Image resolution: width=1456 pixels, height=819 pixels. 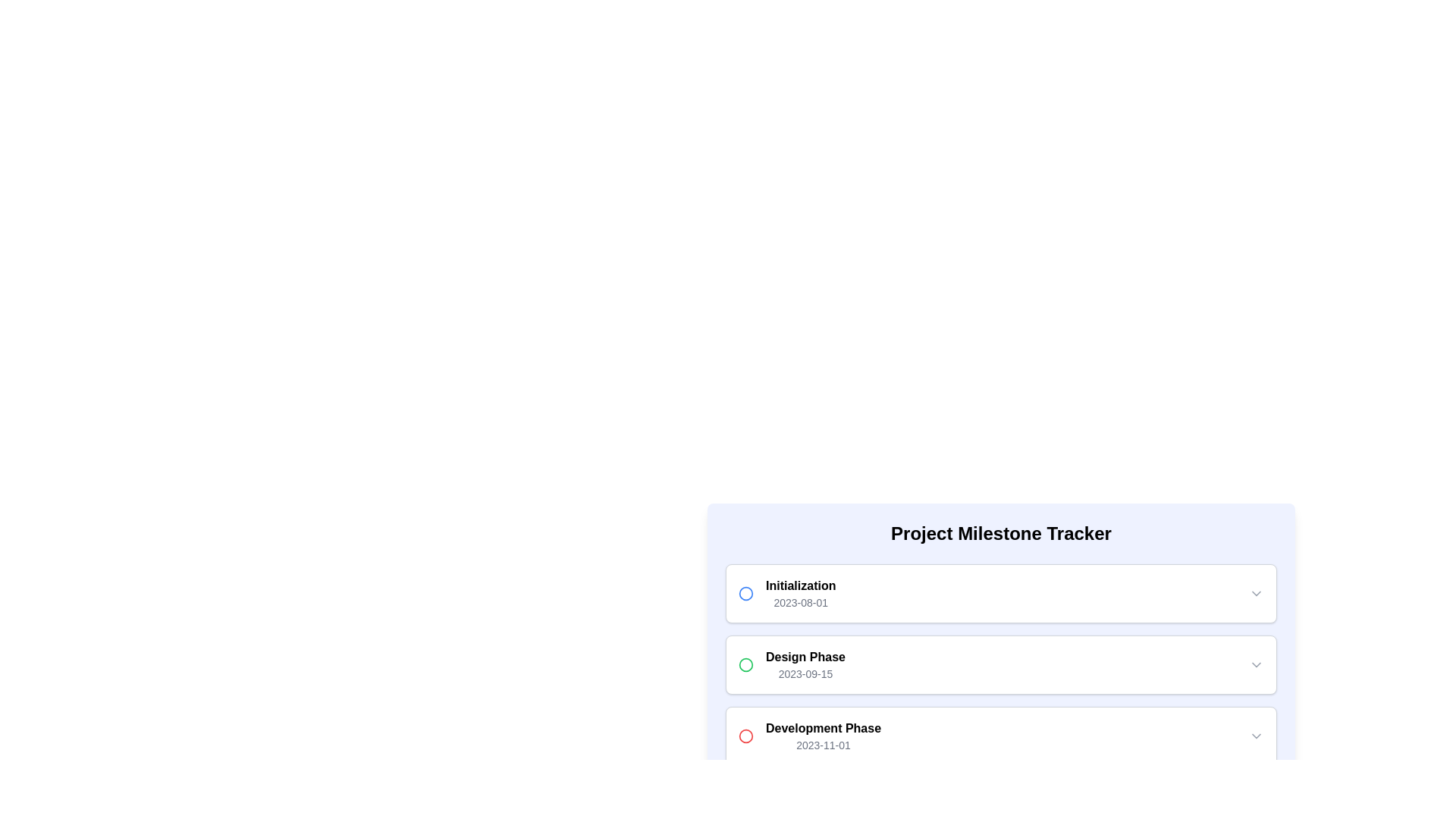 What do you see at coordinates (822, 745) in the screenshot?
I see `the text label displaying the date '2023-11-01' which is located beneath the 'Development Phase' title in the milestone tracker` at bounding box center [822, 745].